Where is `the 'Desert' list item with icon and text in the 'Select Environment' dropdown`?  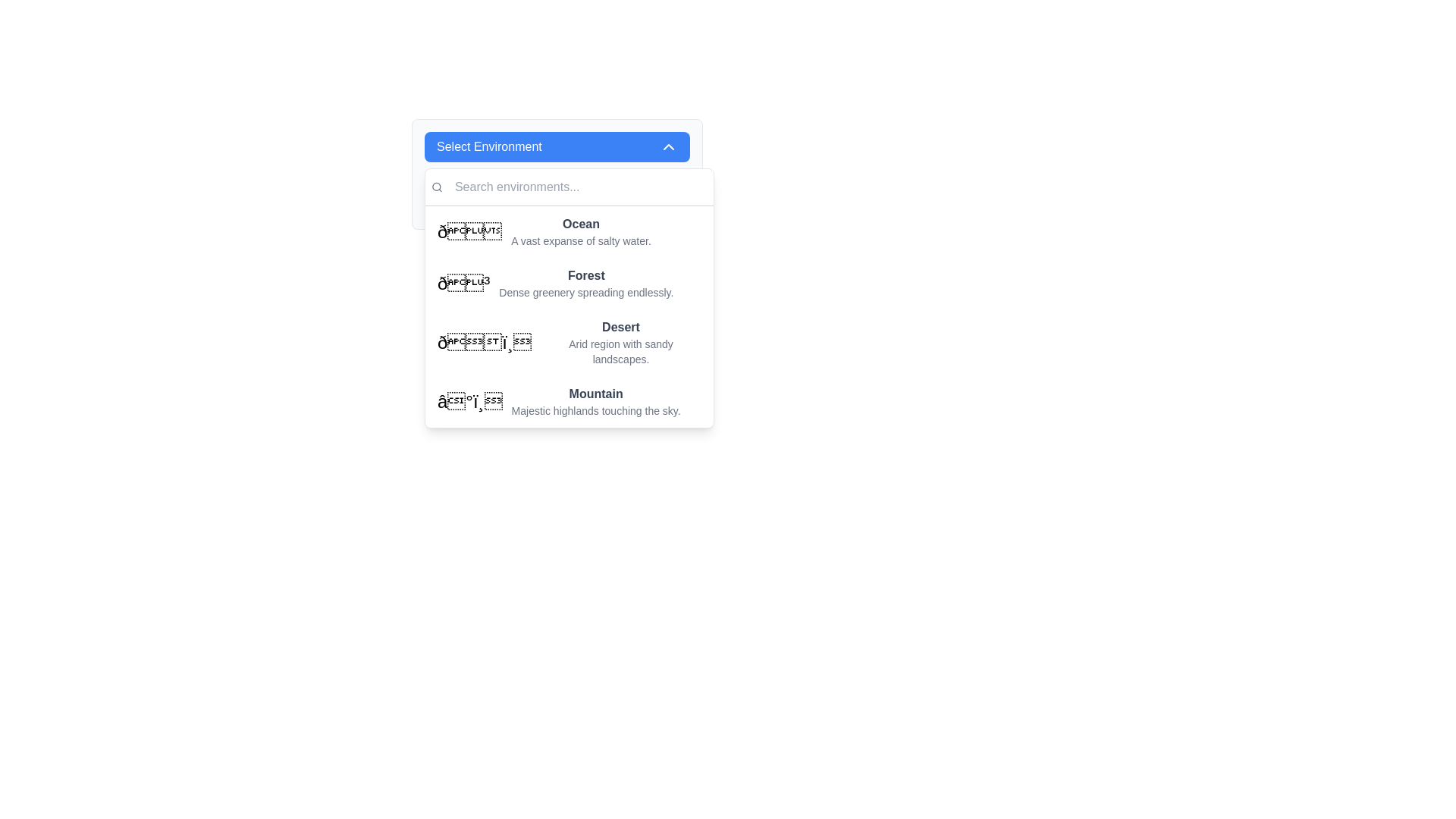 the 'Desert' list item with icon and text in the 'Select Environment' dropdown is located at coordinates (568, 342).